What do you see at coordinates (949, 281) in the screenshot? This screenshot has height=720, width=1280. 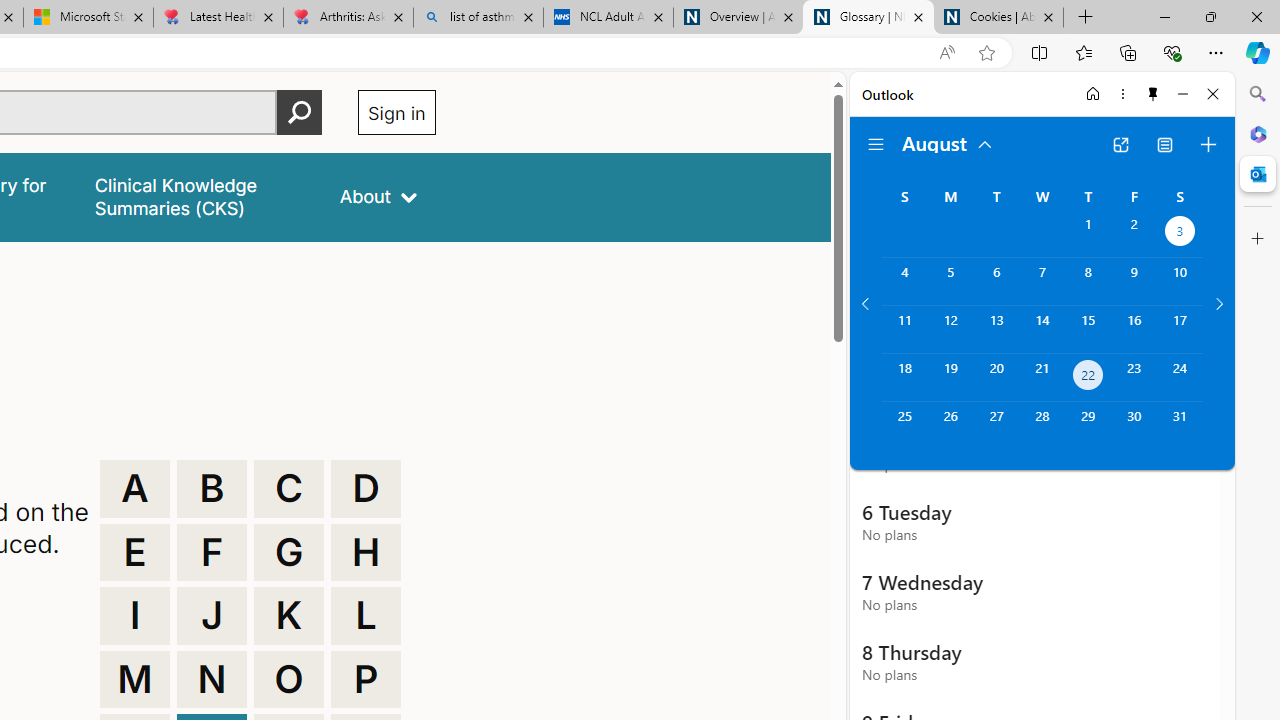 I see `'Monday, August 5, 2024. '` at bounding box center [949, 281].